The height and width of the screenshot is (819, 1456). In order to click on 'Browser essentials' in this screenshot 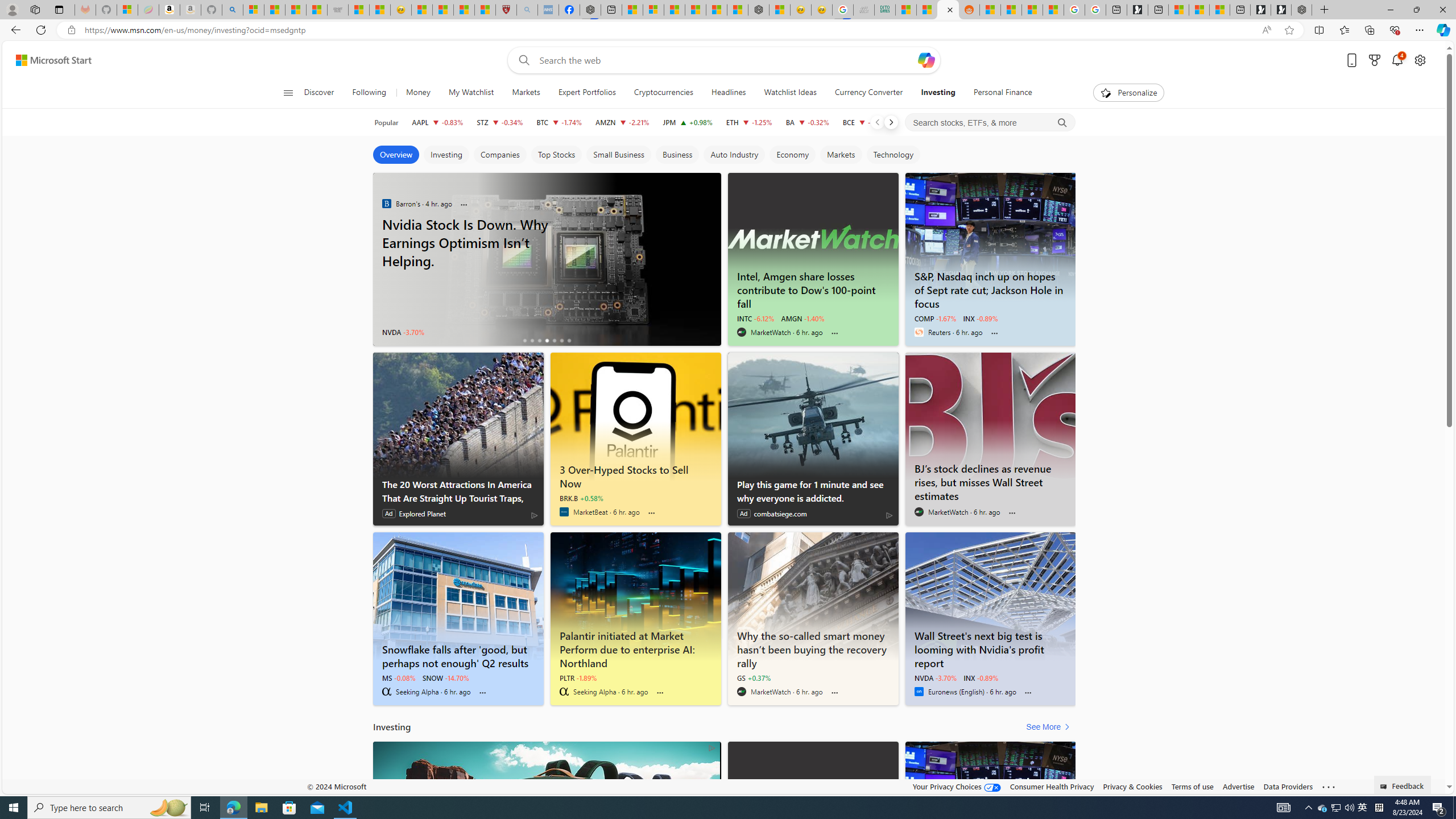, I will do `click(1394, 29)`.